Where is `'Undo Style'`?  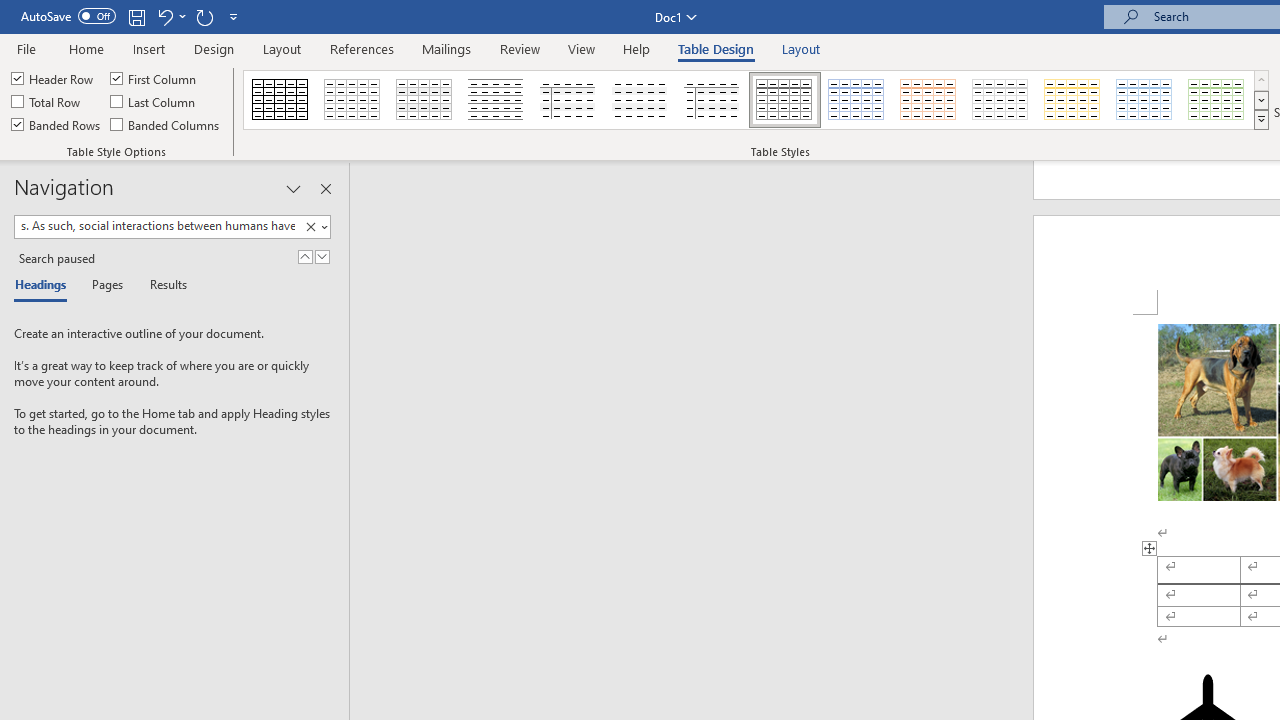 'Undo Style' is located at coordinates (164, 16).